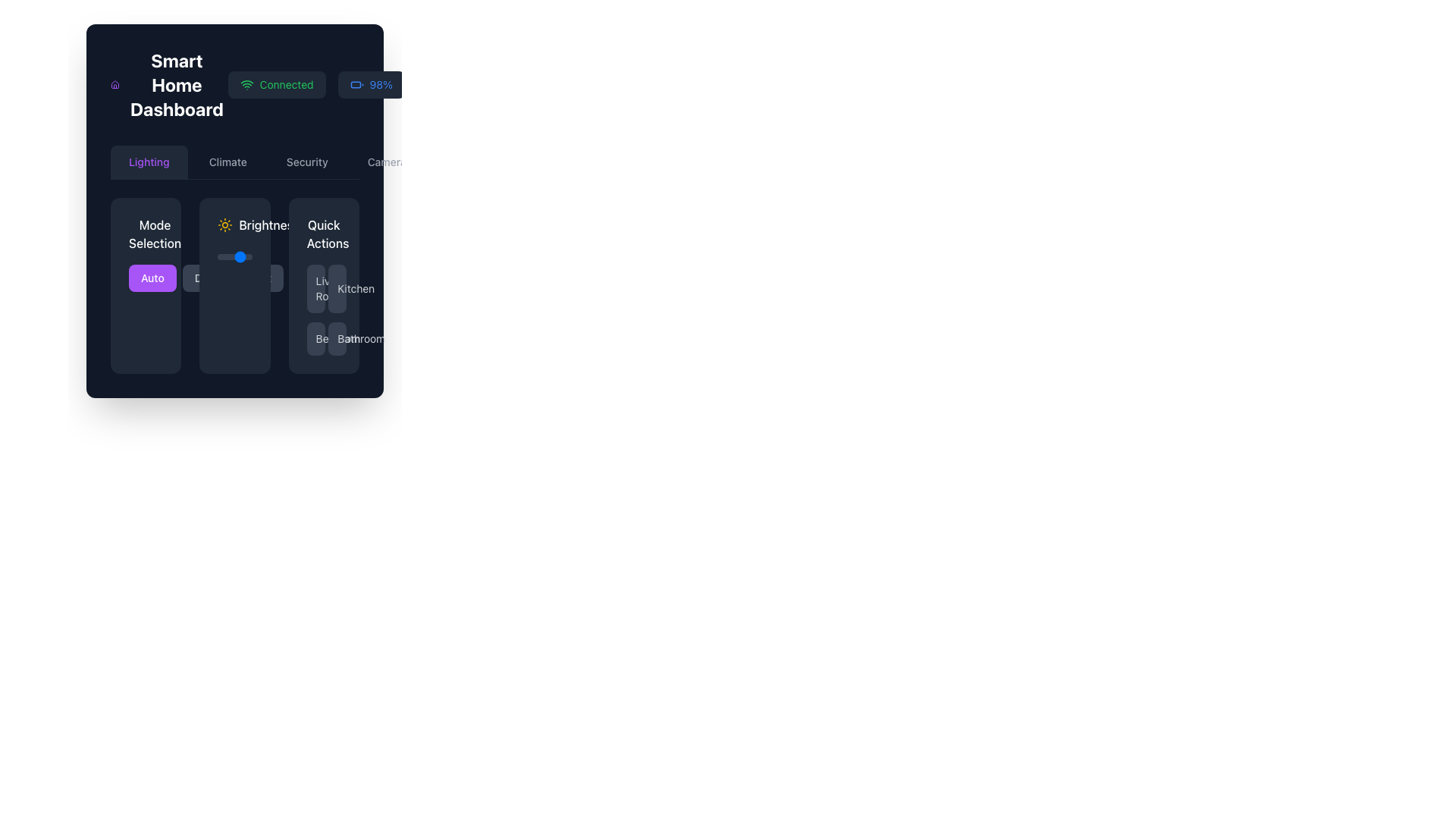 The image size is (1456, 819). Describe the element at coordinates (152, 278) in the screenshot. I see `on the 'Auto' button, which is the first button in a horizontal sequence of settings options with a purple background and white text` at that location.